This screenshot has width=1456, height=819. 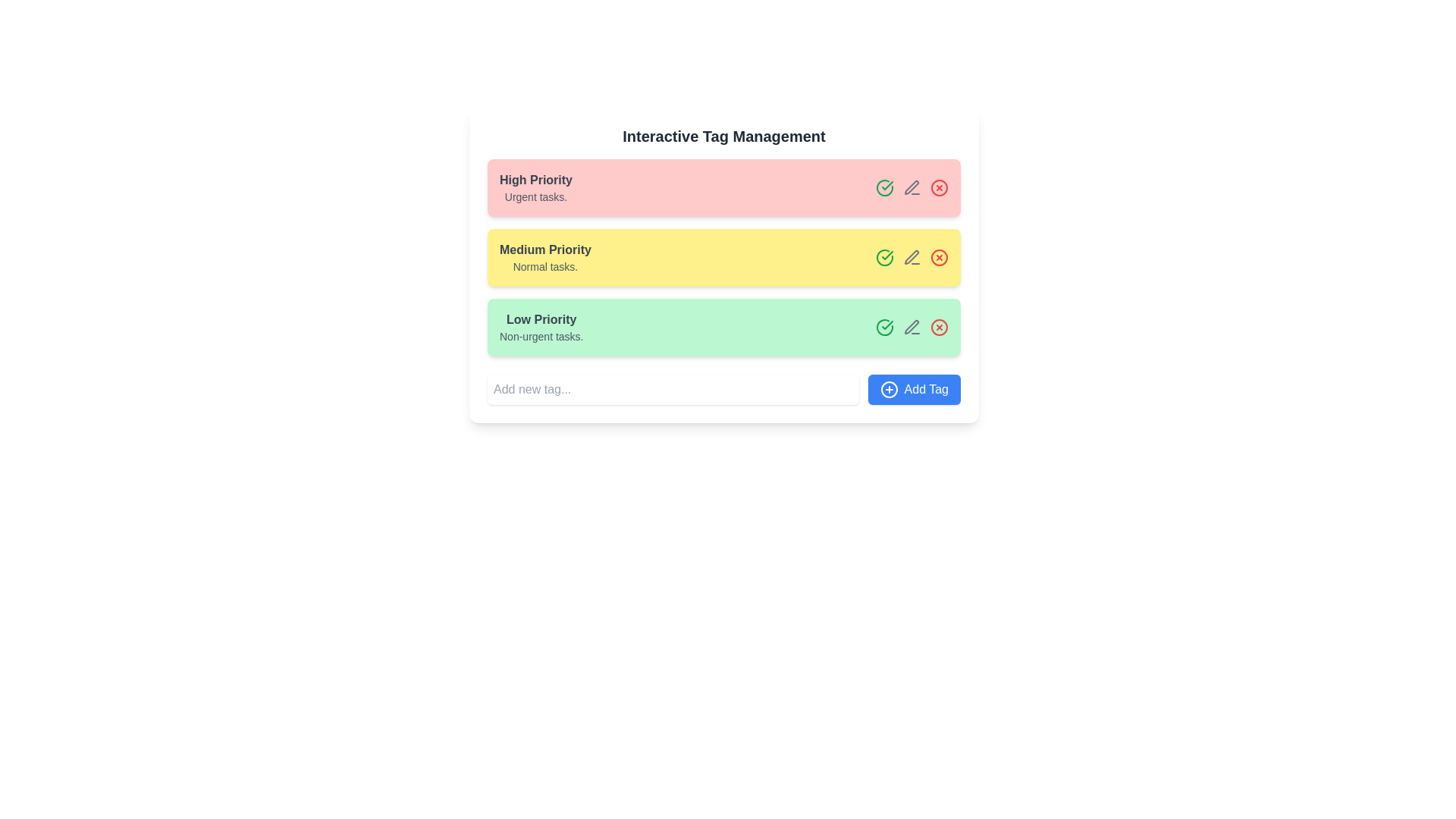 What do you see at coordinates (913, 388) in the screenshot?
I see `the rectangular button with rounded edges, styled in blue with white text "Add Tag" and a plus sign icon, located at the rightmost end of the layout` at bounding box center [913, 388].